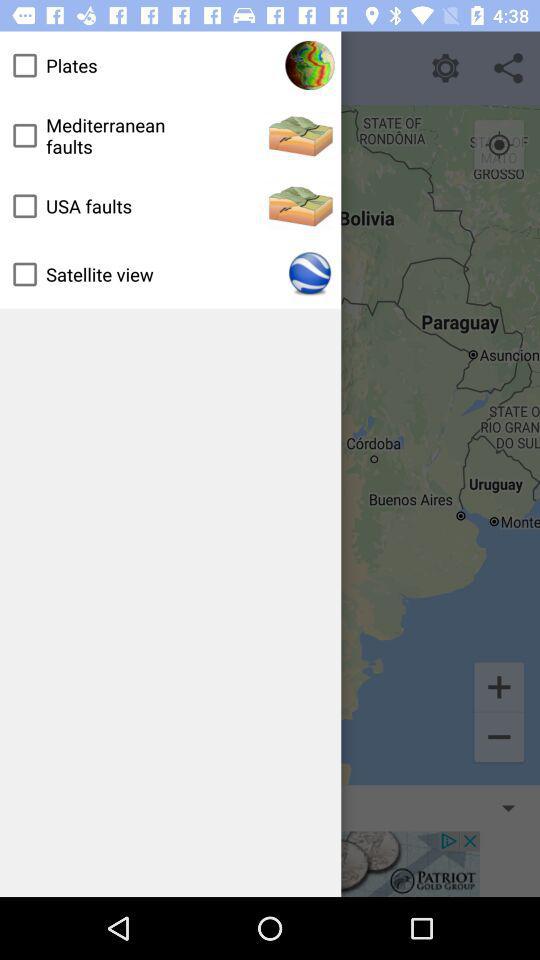 This screenshot has height=960, width=540. I want to click on the add icon, so click(498, 686).